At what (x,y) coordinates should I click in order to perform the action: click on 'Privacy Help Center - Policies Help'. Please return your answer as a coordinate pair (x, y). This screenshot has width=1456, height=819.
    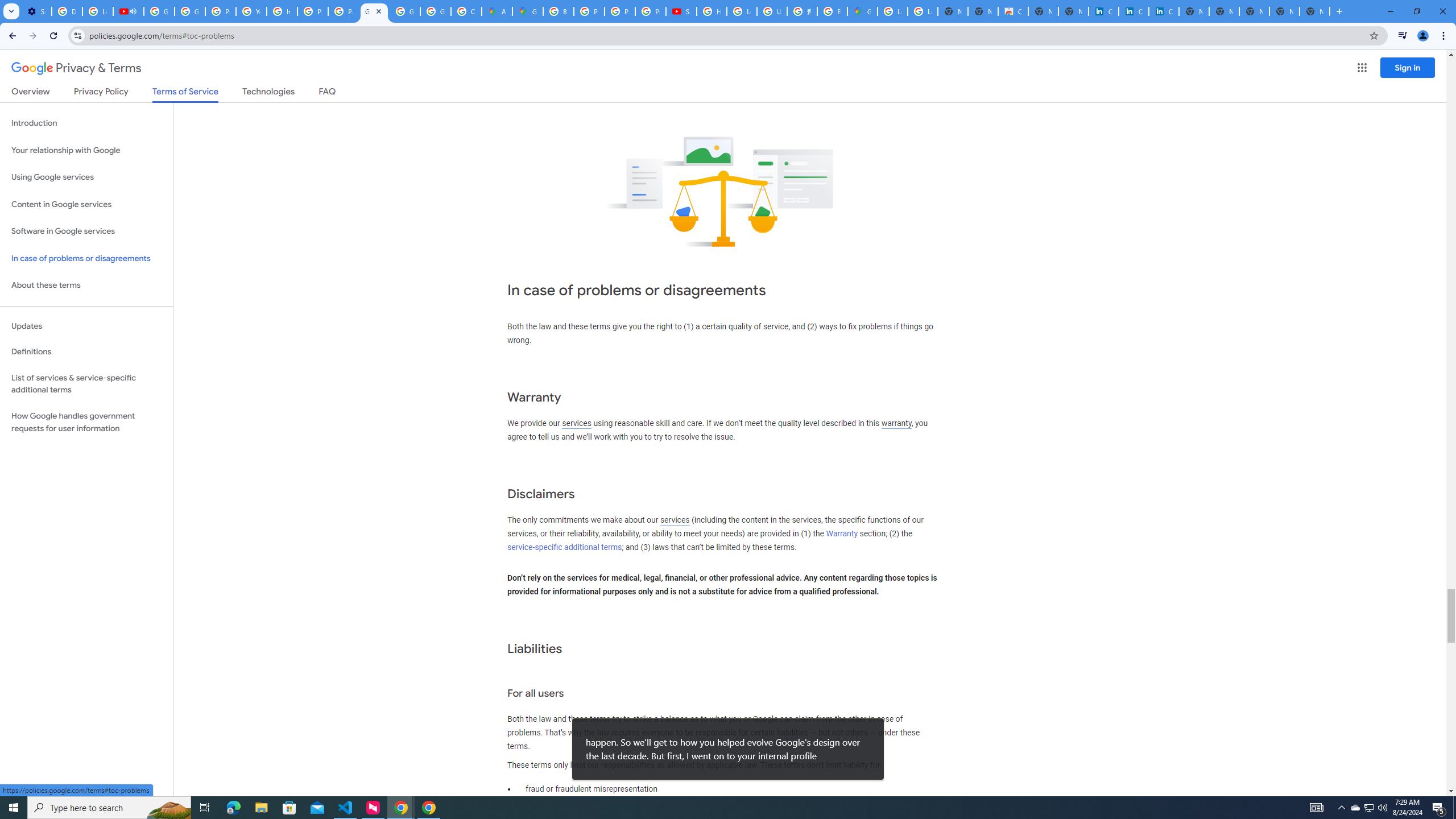
    Looking at the image, I should click on (619, 11).